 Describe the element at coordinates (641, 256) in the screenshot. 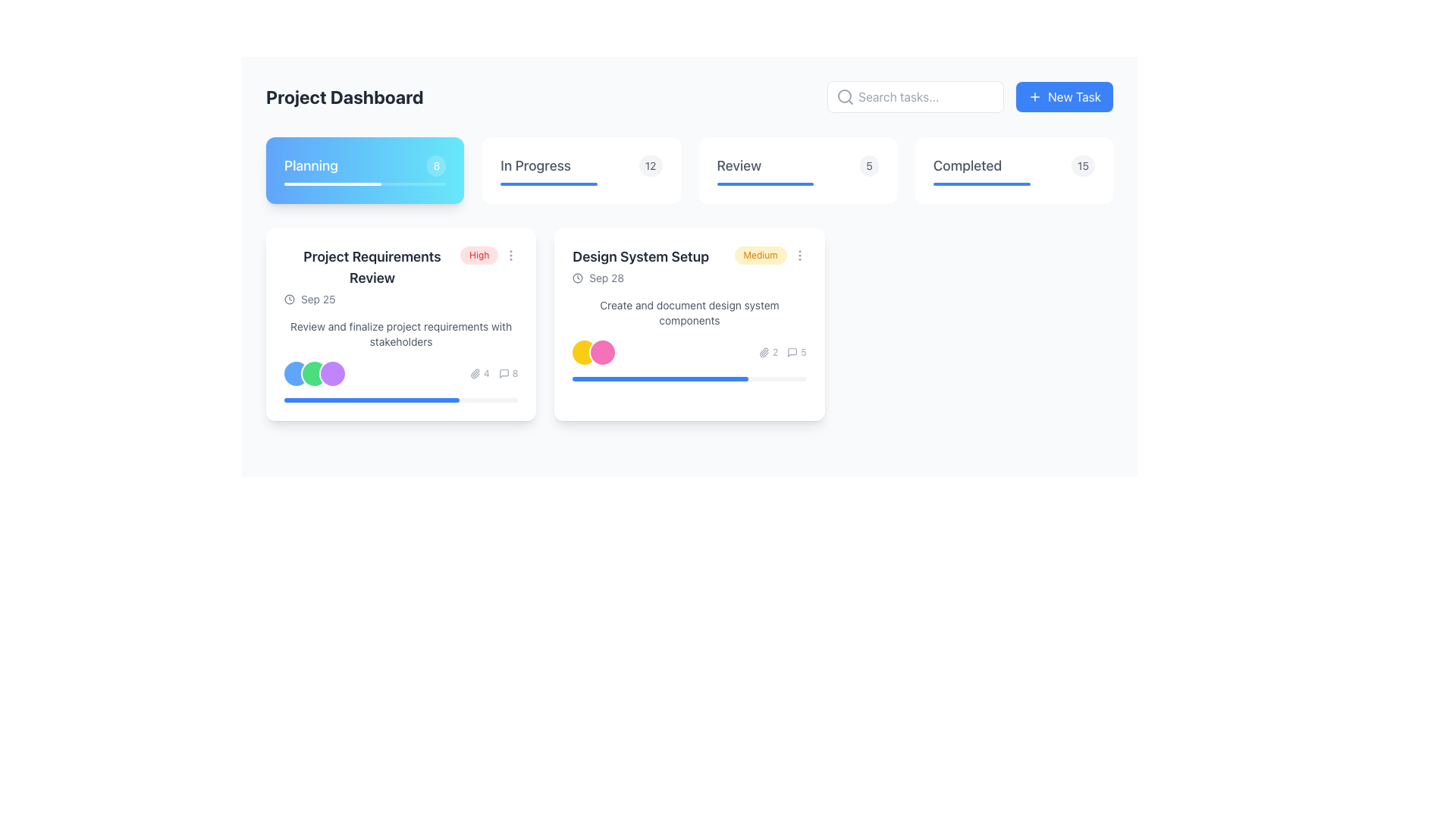

I see `text label 'Design System Setup' which is prominently displayed at the top of the card, centrally aligned above the text 'Sep 28'` at that location.